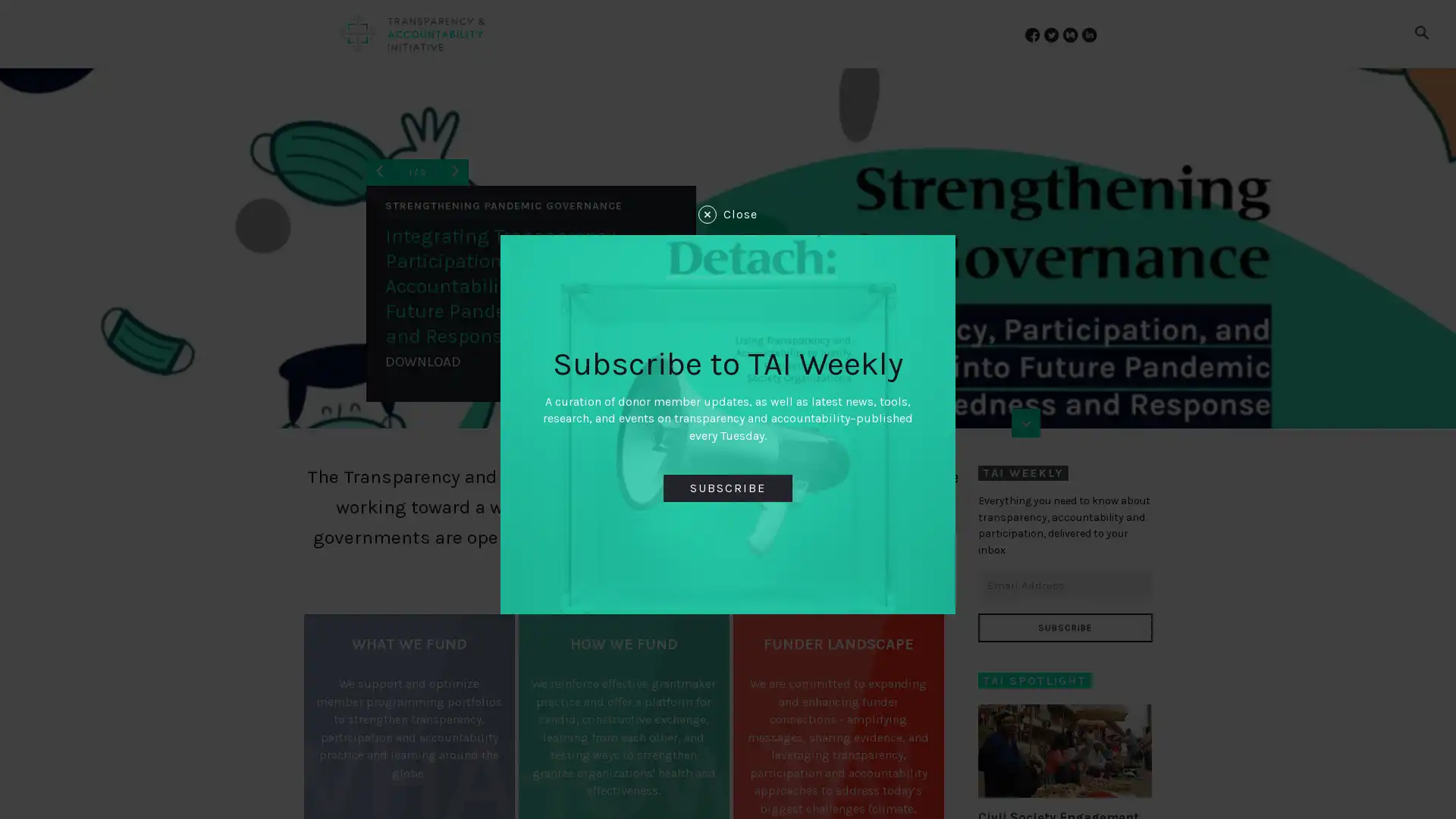 The width and height of the screenshot is (1456, 819). What do you see at coordinates (728, 213) in the screenshot?
I see `Close` at bounding box center [728, 213].